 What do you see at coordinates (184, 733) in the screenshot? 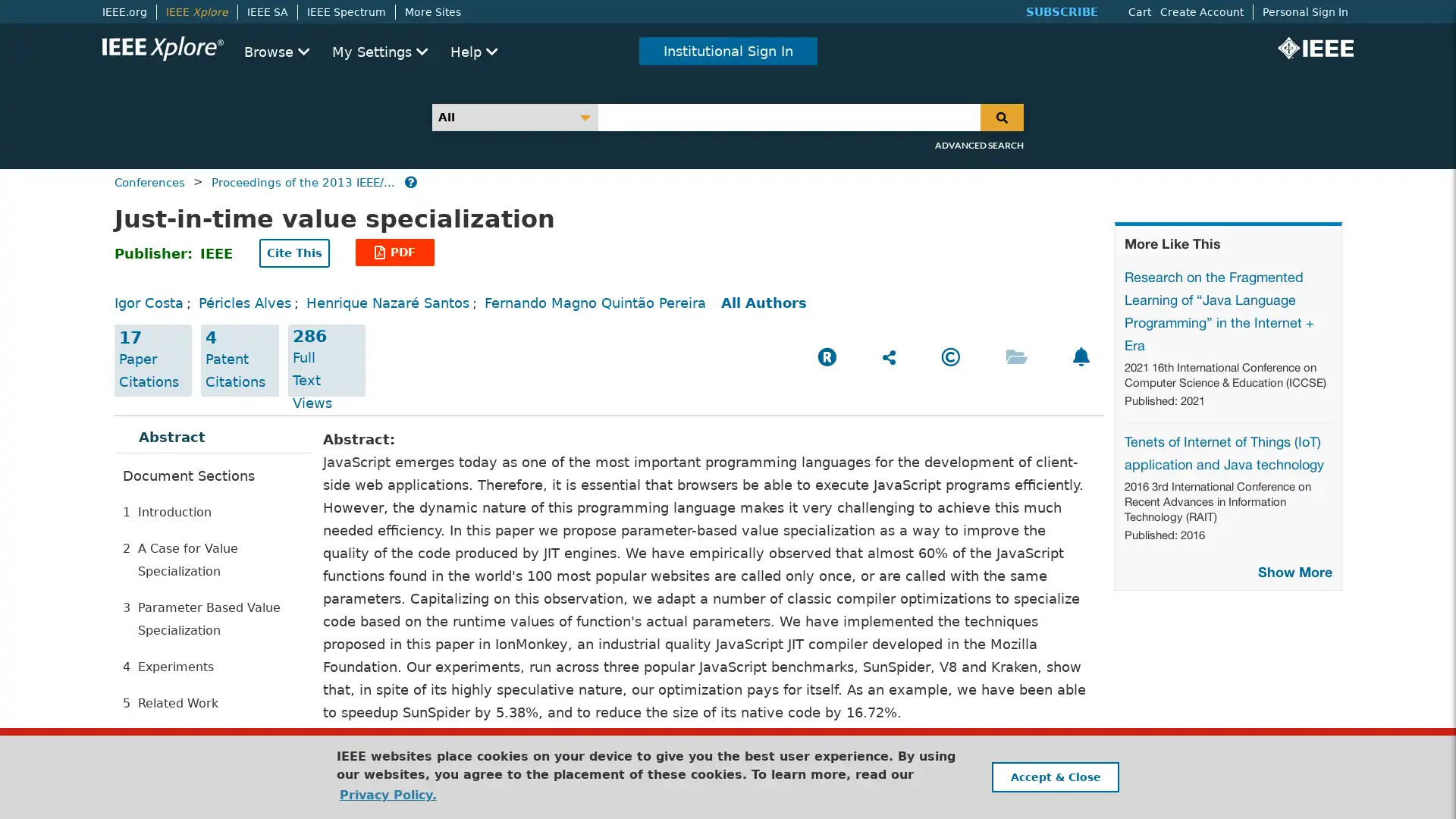
I see `Show Full Outline` at bounding box center [184, 733].